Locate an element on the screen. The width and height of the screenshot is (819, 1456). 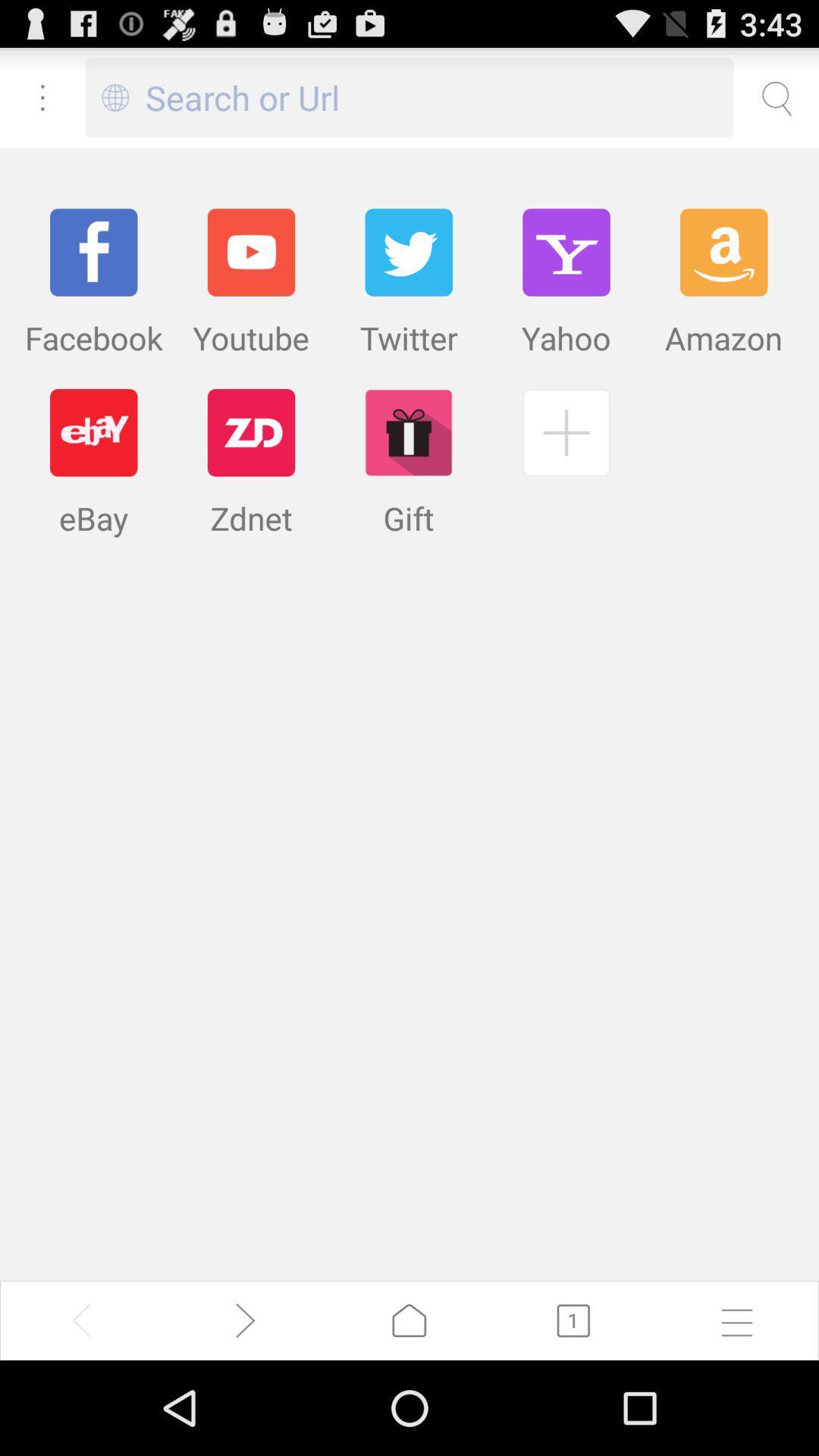
the arrow_backward icon is located at coordinates (82, 1412).